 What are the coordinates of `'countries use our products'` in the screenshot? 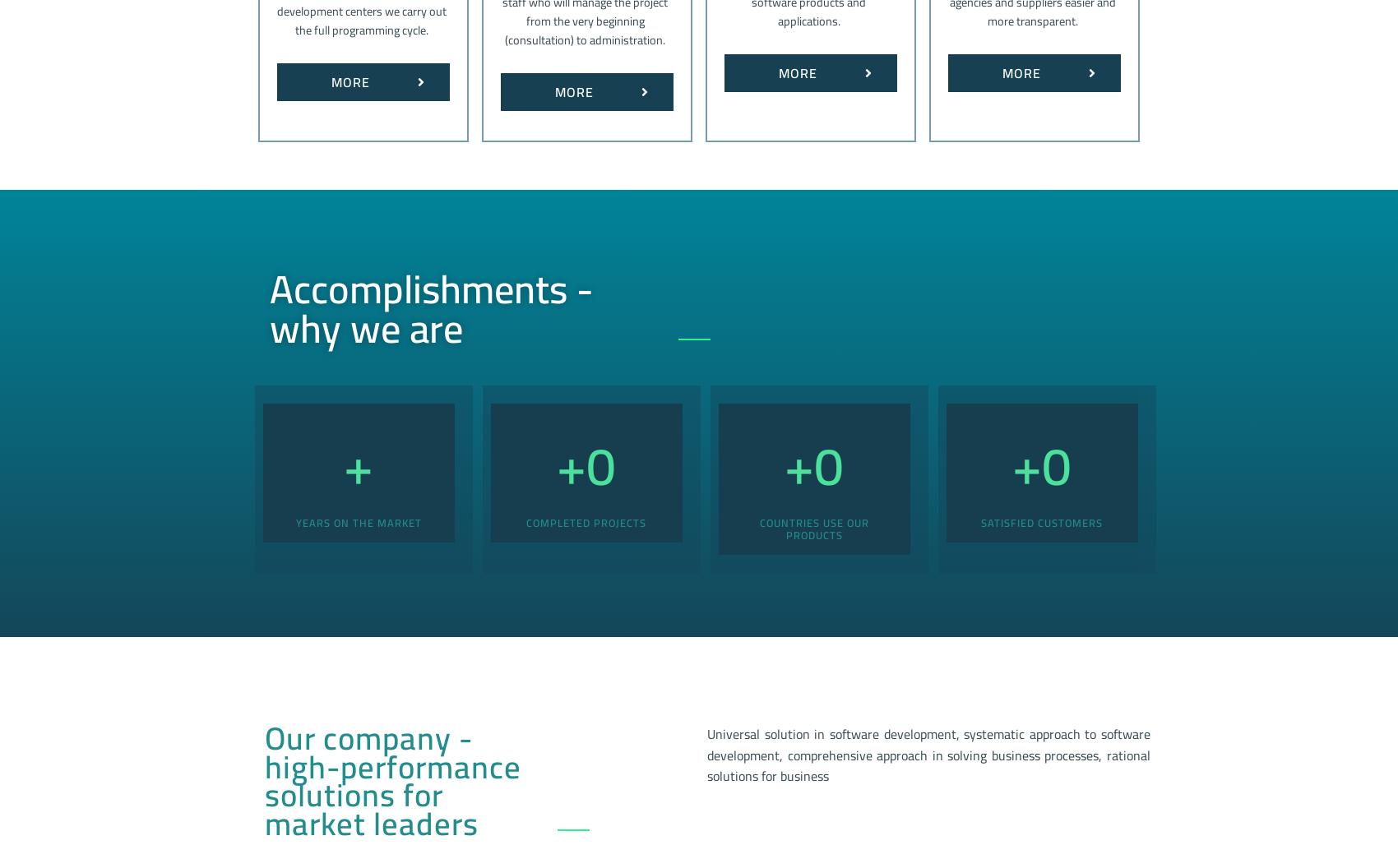 It's located at (812, 527).